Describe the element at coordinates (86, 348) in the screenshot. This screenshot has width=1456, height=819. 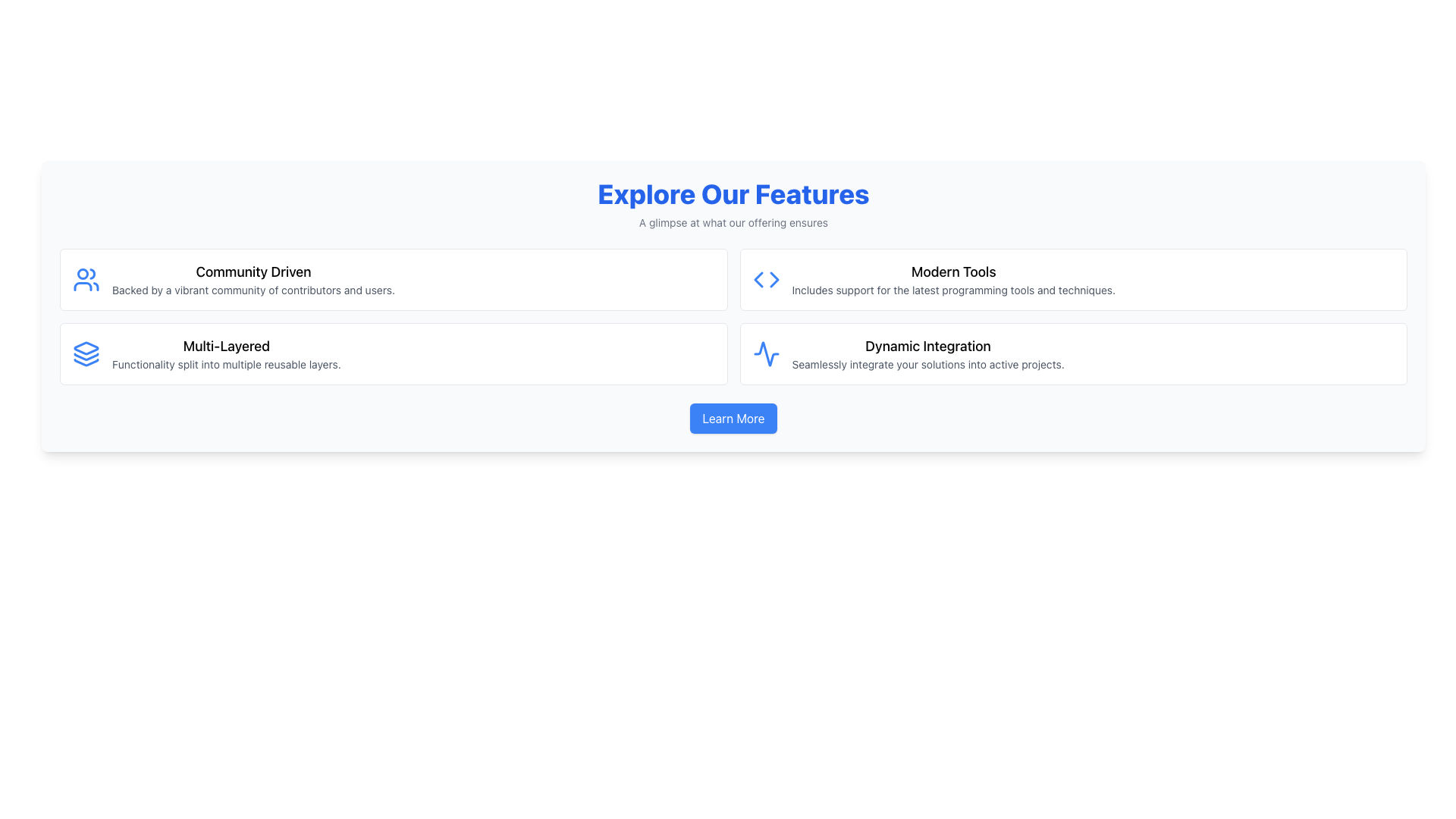
I see `the topmost triangular icon in the 'Multi-Layered' section, located at the bottom left of the central content area` at that location.